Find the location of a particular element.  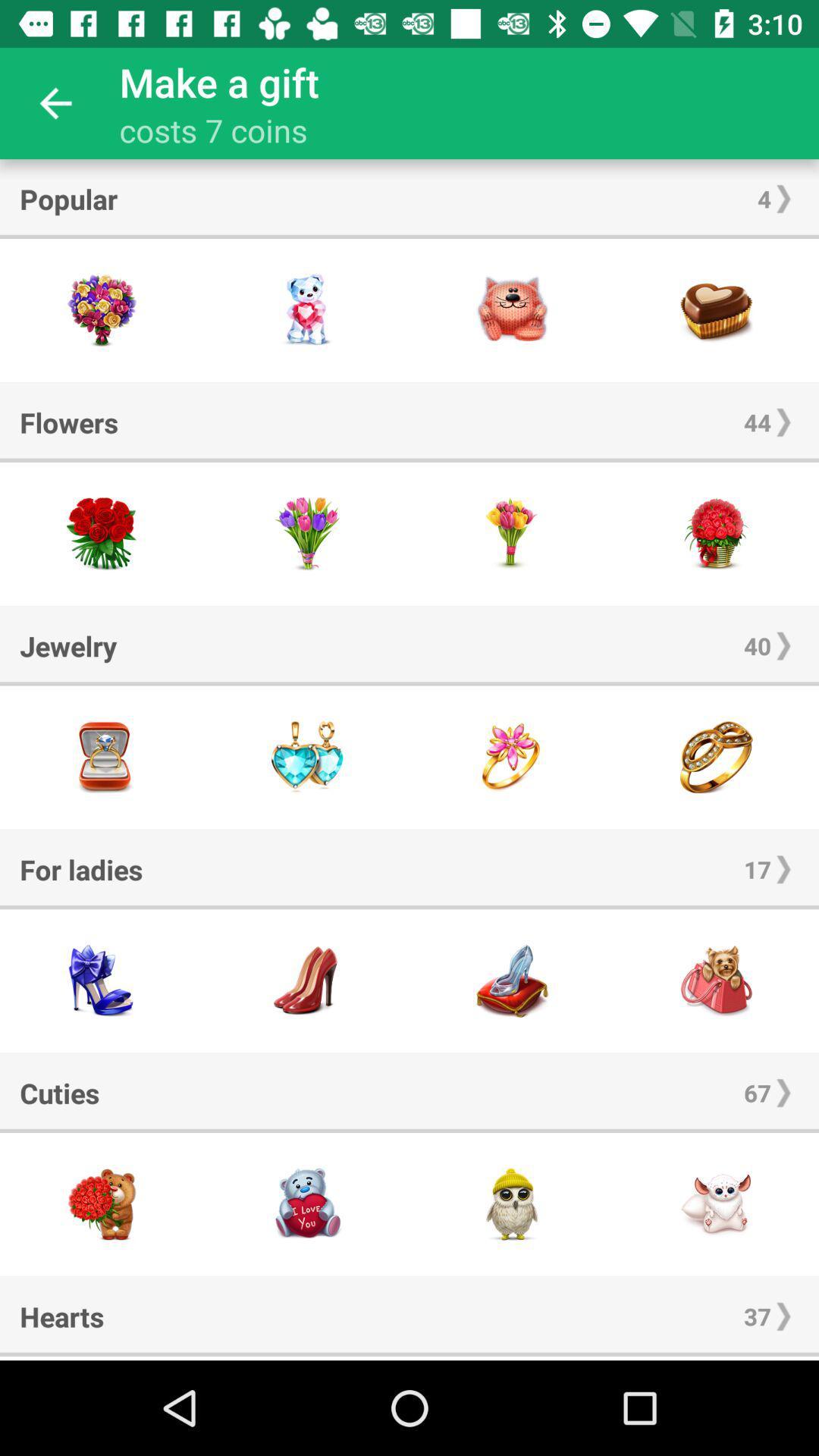

item to the right of the flowers is located at coordinates (758, 422).